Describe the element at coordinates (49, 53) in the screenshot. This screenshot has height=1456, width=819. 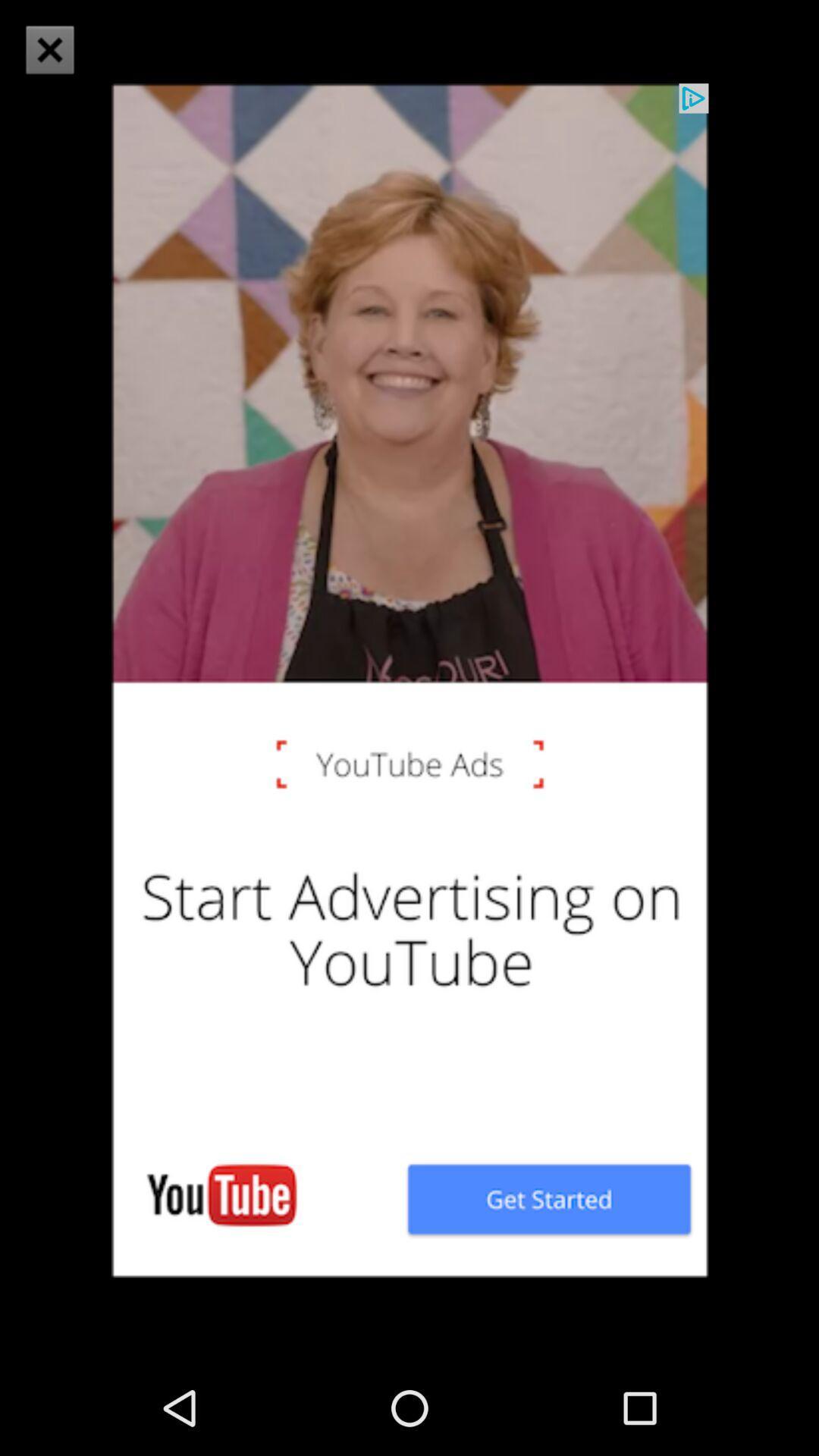
I see `the close icon` at that location.